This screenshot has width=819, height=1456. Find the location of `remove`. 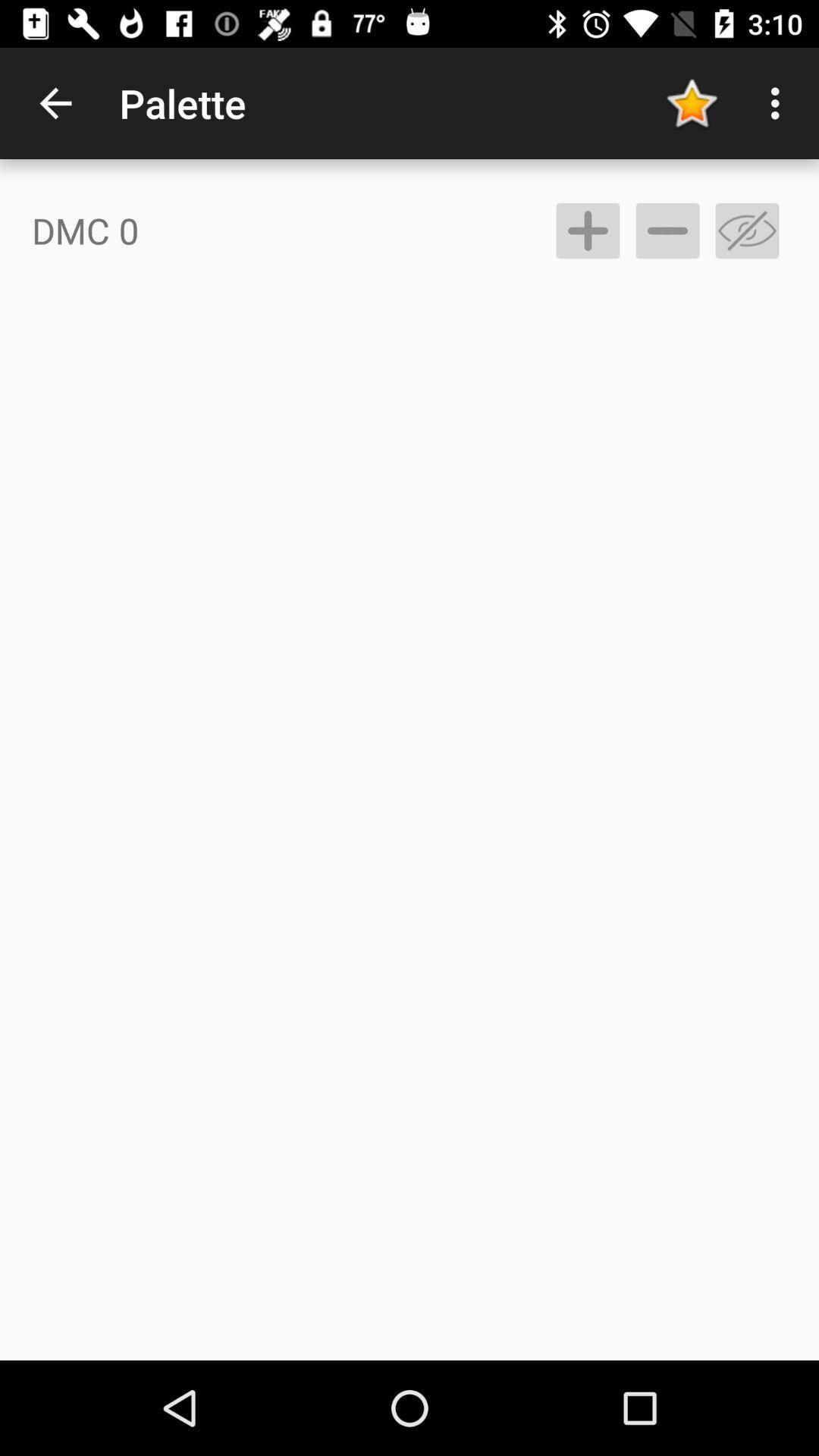

remove is located at coordinates (667, 230).